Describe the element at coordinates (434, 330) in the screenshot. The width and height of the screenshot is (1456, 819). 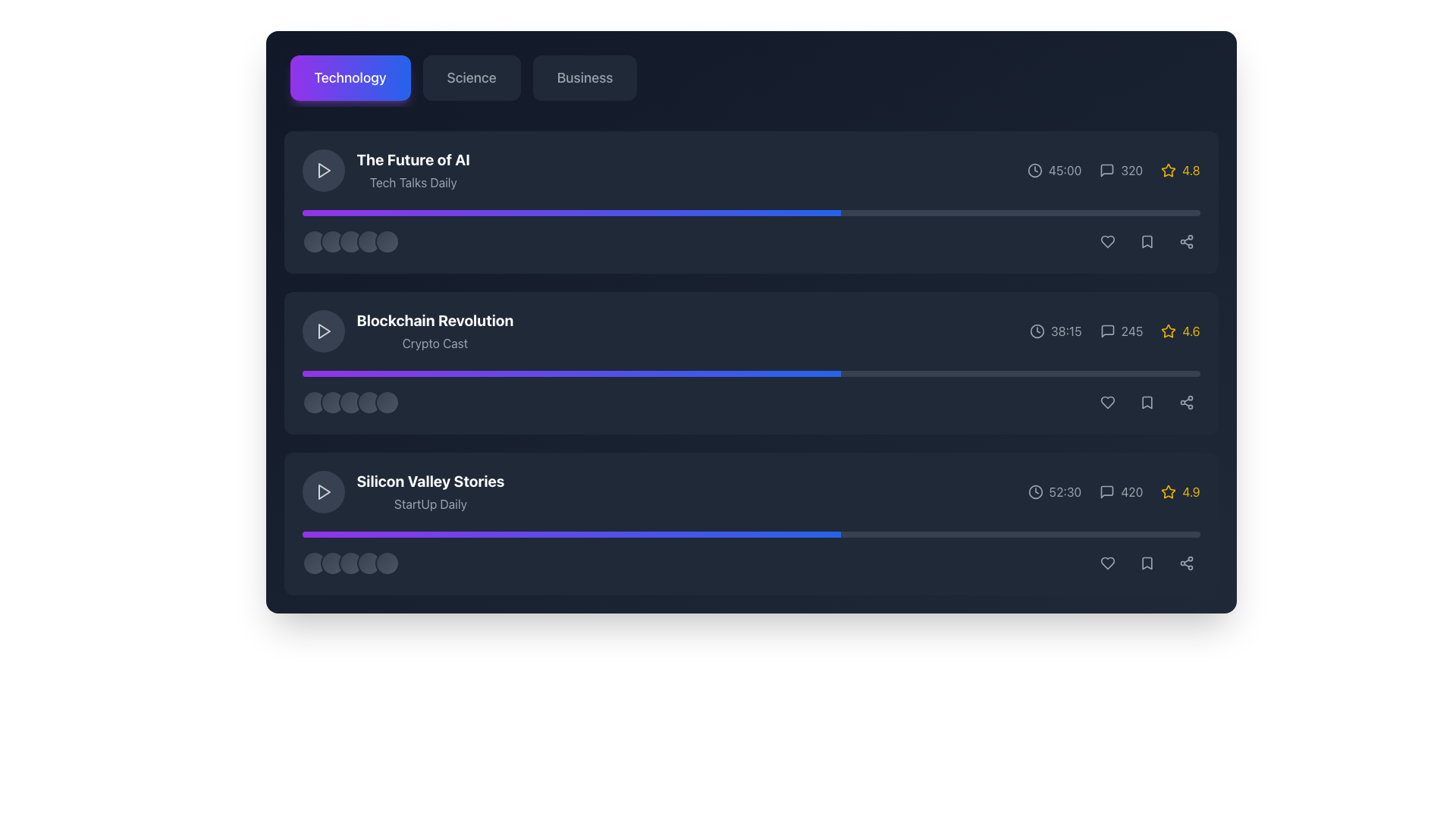
I see `the text content that provides information about a media item or podcast, located in the second row under the 'Technology' tab, centered horizontally and slightly below the play icon` at that location.